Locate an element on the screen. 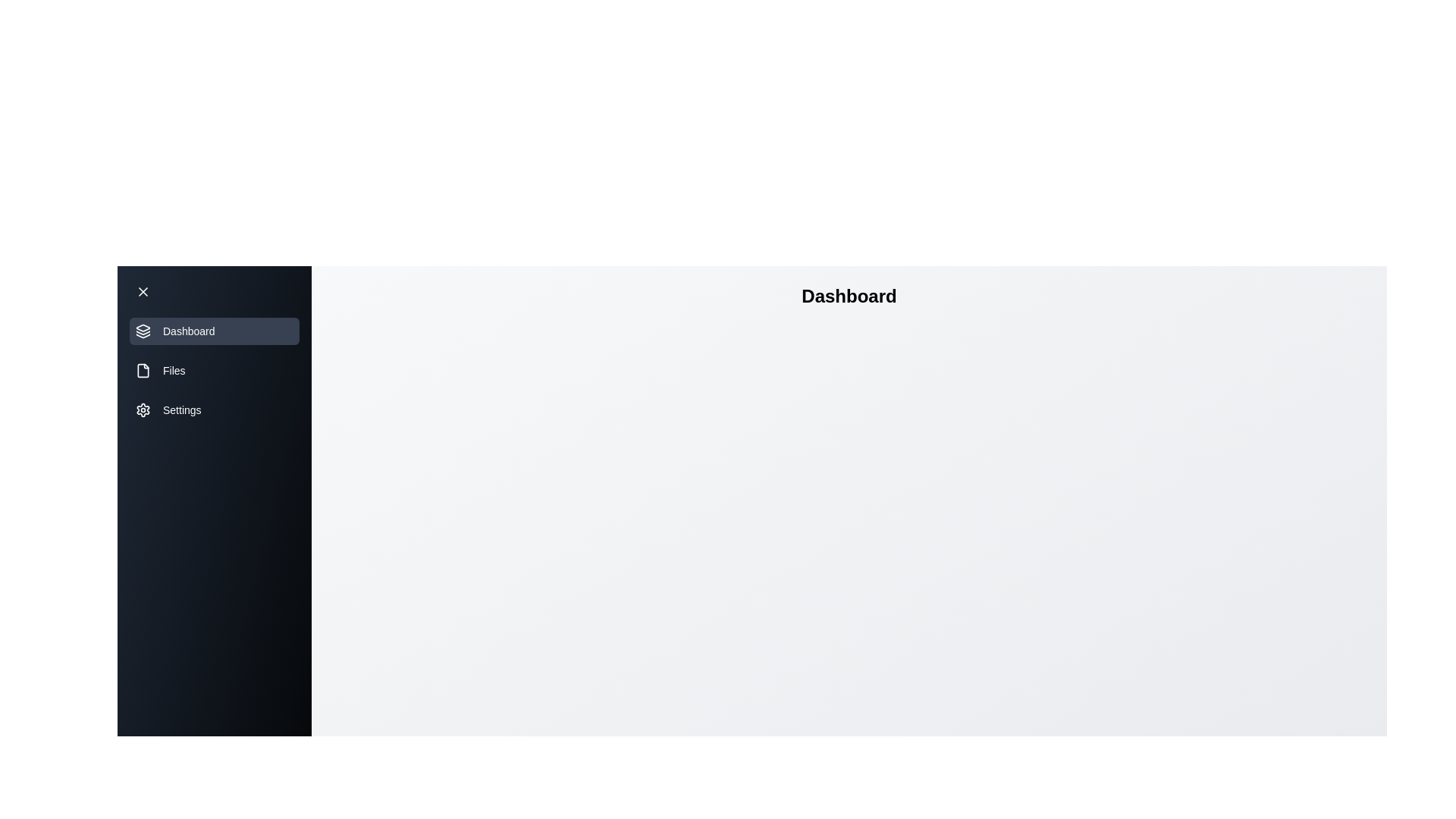  the Settings tab is located at coordinates (214, 409).